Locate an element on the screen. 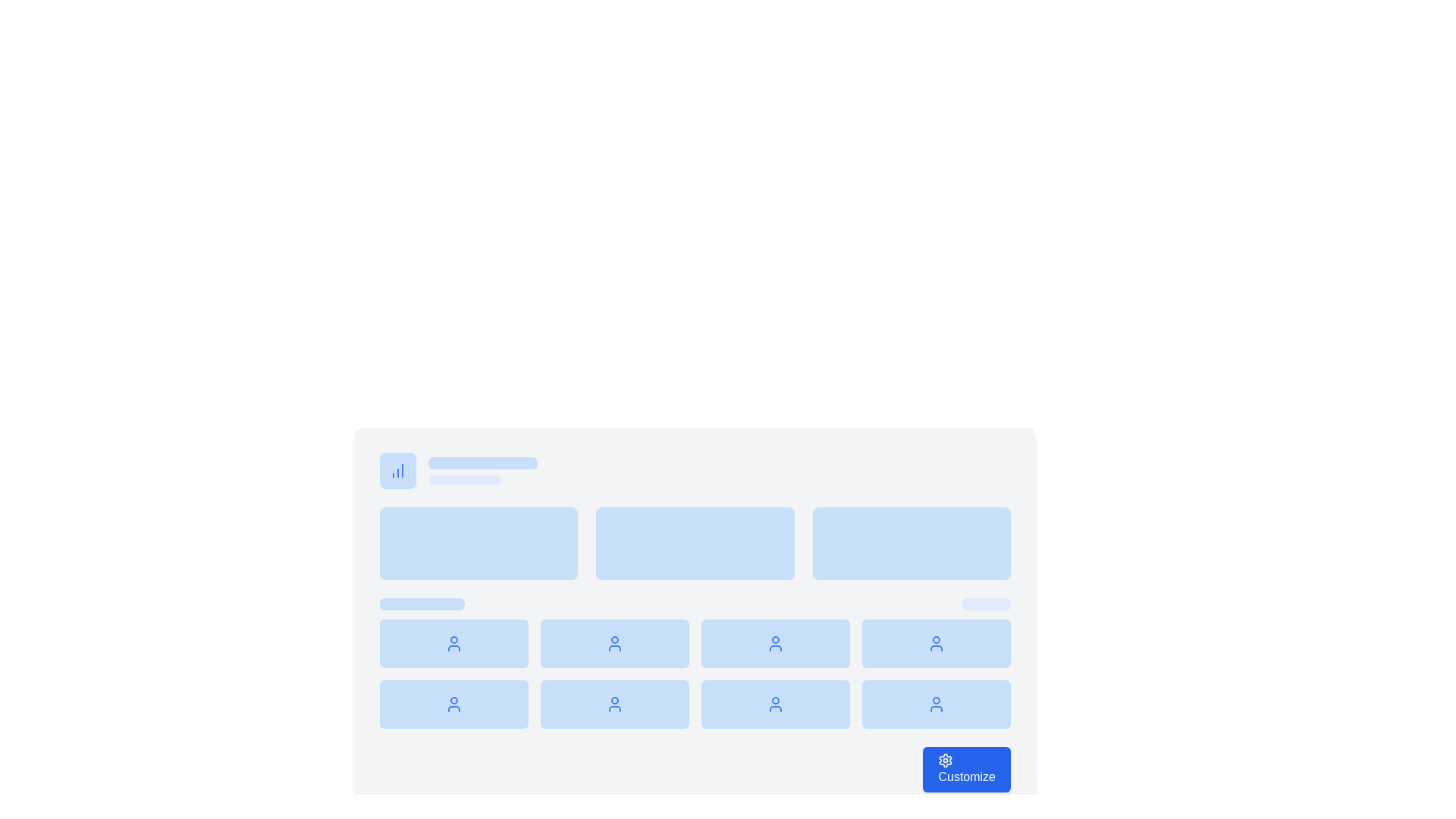 This screenshot has height=819, width=1456. the loading state of the Placeholder bar positioned centrally above the grid of profile-like icons by clicking on it is located at coordinates (694, 604).